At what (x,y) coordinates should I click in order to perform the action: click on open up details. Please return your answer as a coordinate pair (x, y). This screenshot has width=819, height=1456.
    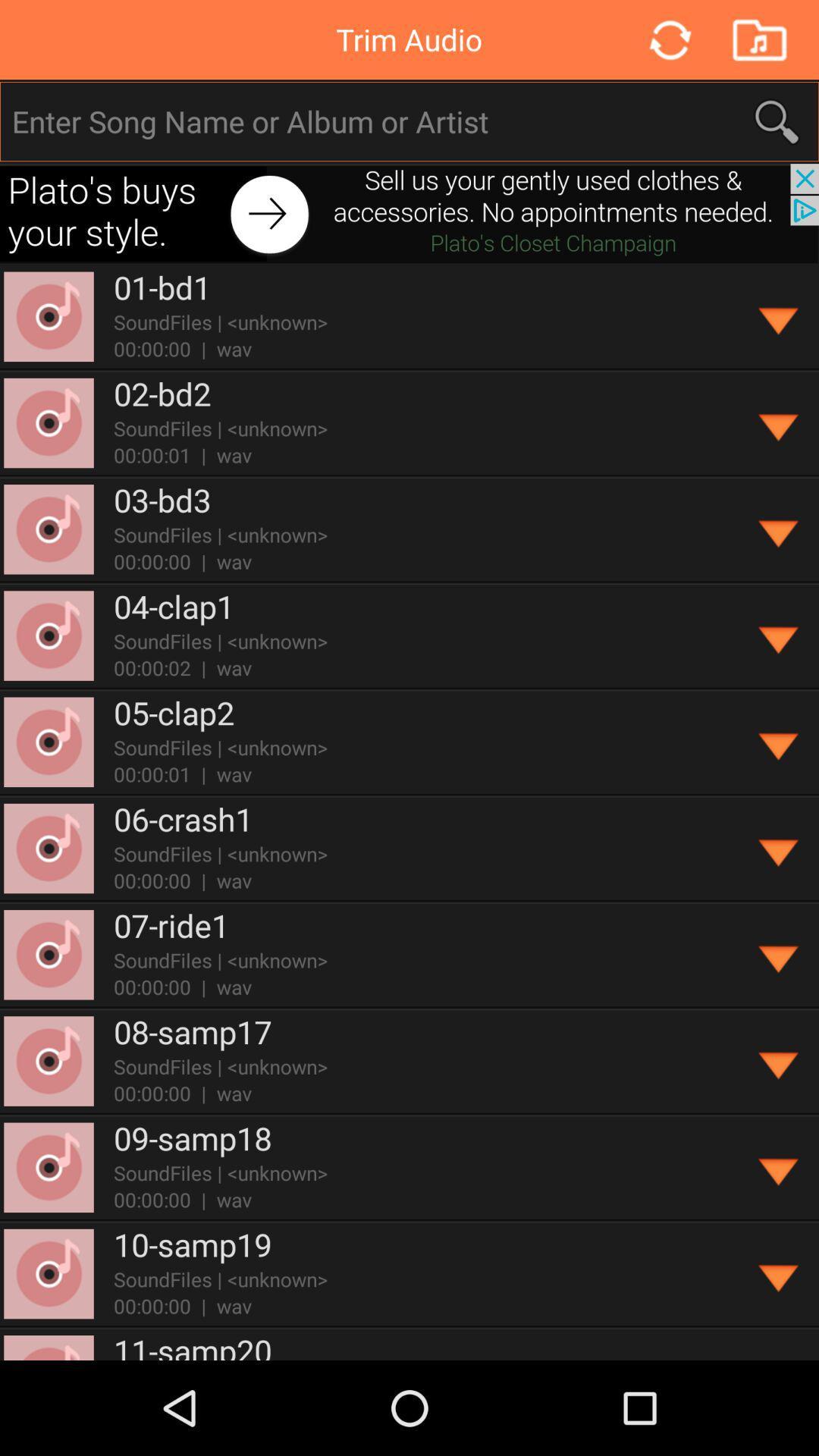
    Looking at the image, I should click on (779, 848).